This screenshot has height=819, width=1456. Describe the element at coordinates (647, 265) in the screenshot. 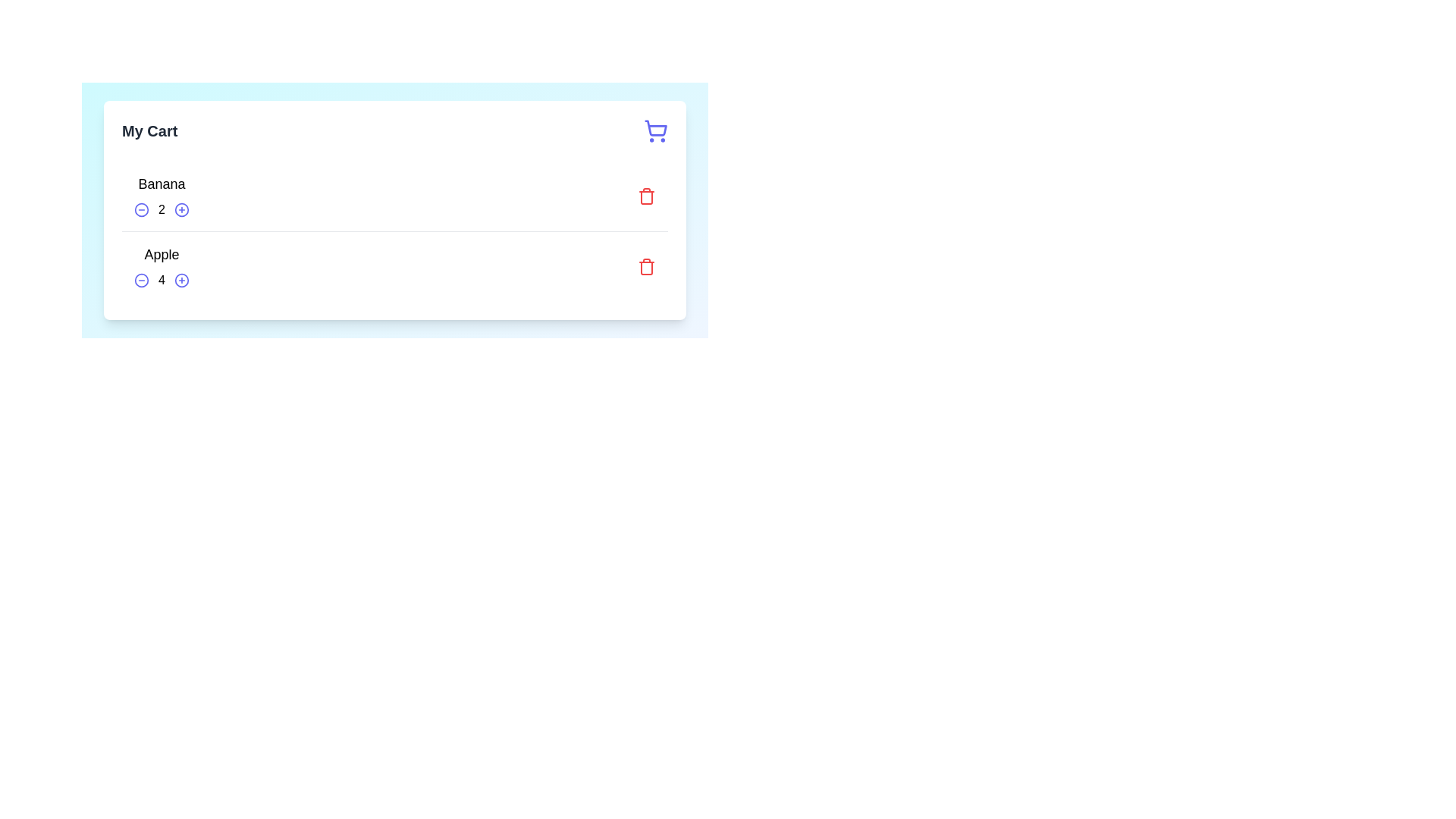

I see `the red trash bin icon located at the bottom right section of the cart for the 'Apple' product` at that location.